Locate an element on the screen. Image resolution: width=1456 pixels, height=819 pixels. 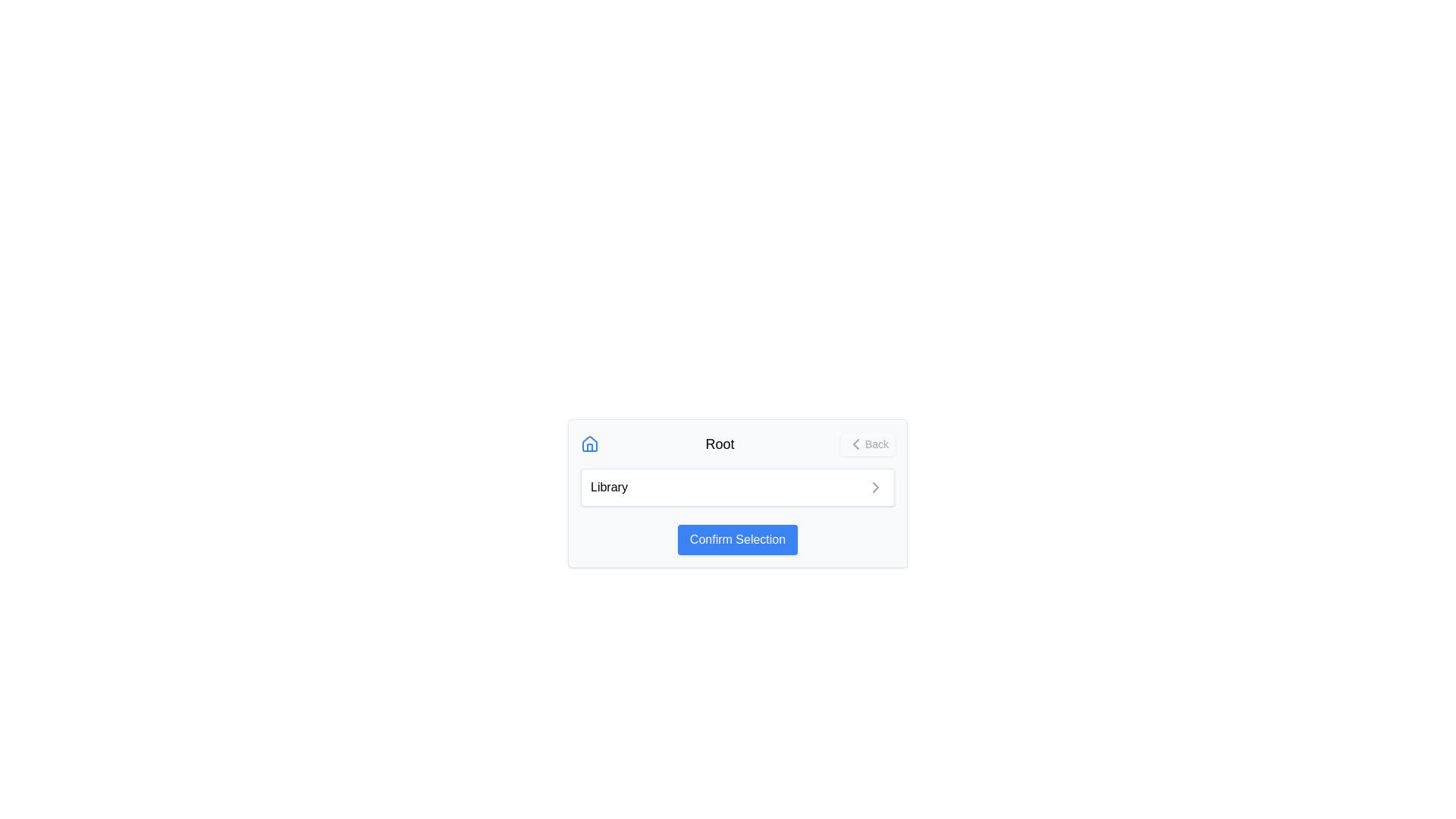
the blue house-shaped icon located to the left of the text 'Root' is located at coordinates (588, 444).